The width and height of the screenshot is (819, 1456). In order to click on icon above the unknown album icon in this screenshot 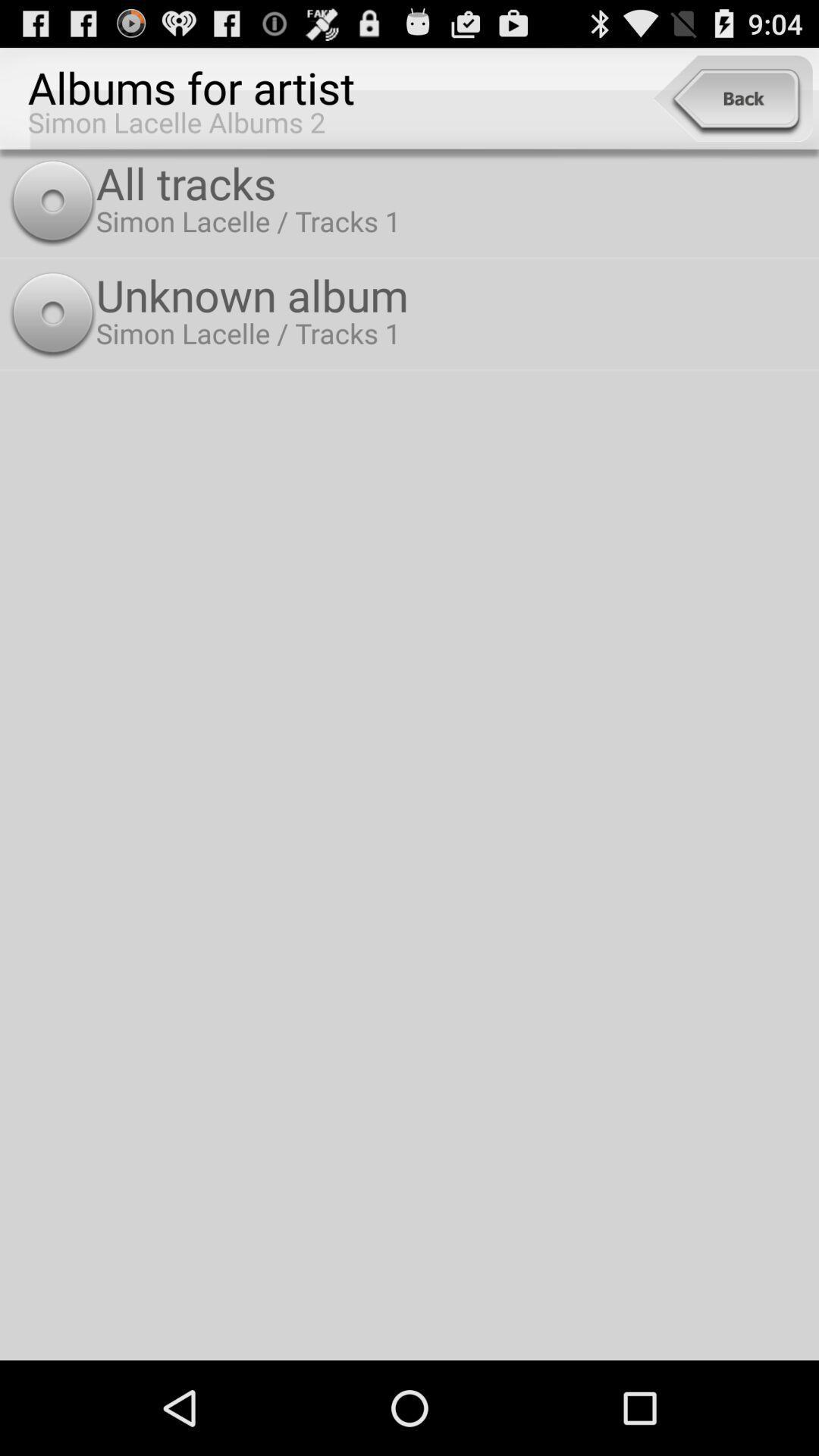, I will do `click(453, 182)`.